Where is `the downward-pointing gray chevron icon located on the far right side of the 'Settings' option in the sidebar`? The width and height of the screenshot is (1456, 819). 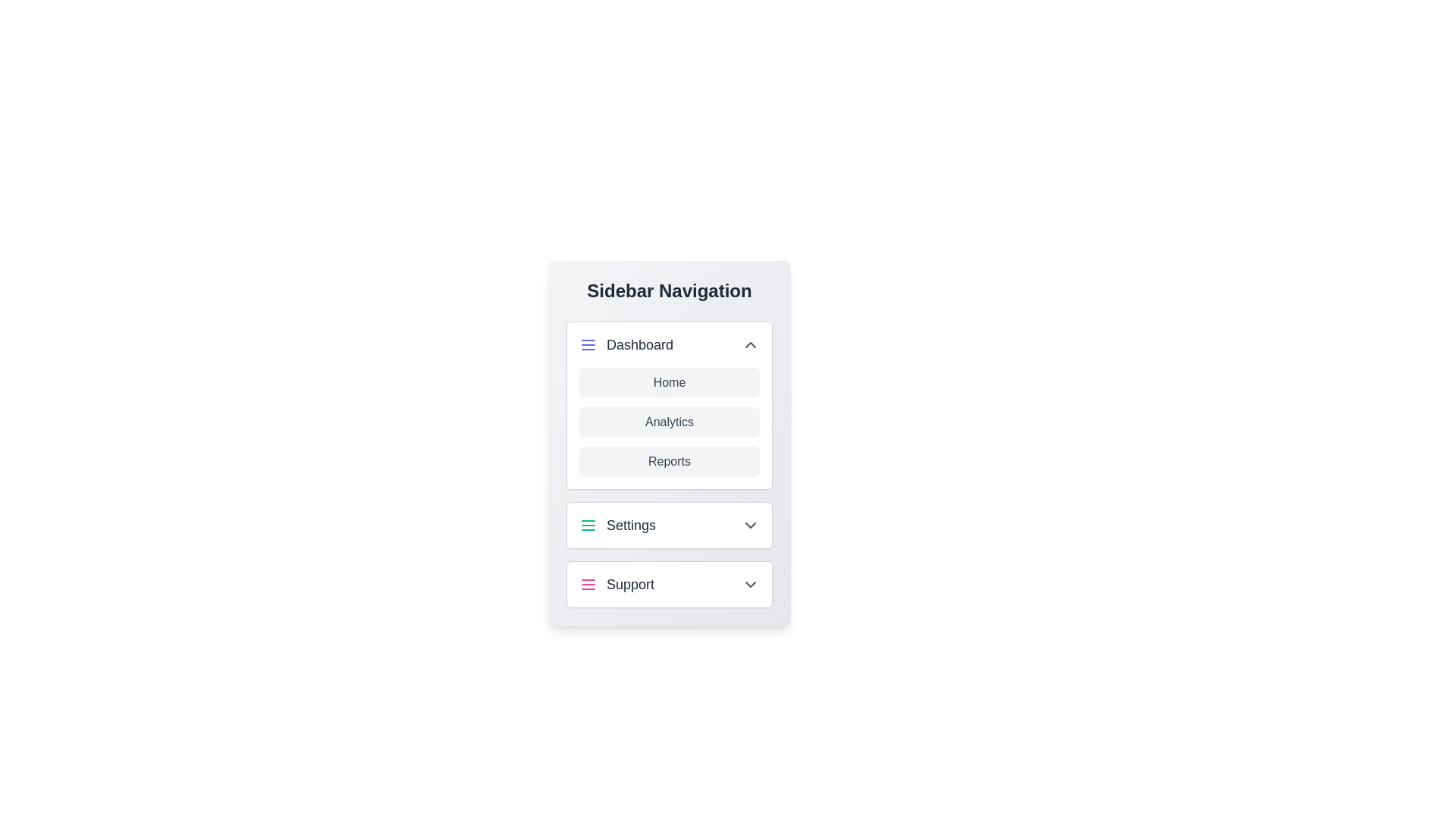 the downward-pointing gray chevron icon located on the far right side of the 'Settings' option in the sidebar is located at coordinates (750, 525).